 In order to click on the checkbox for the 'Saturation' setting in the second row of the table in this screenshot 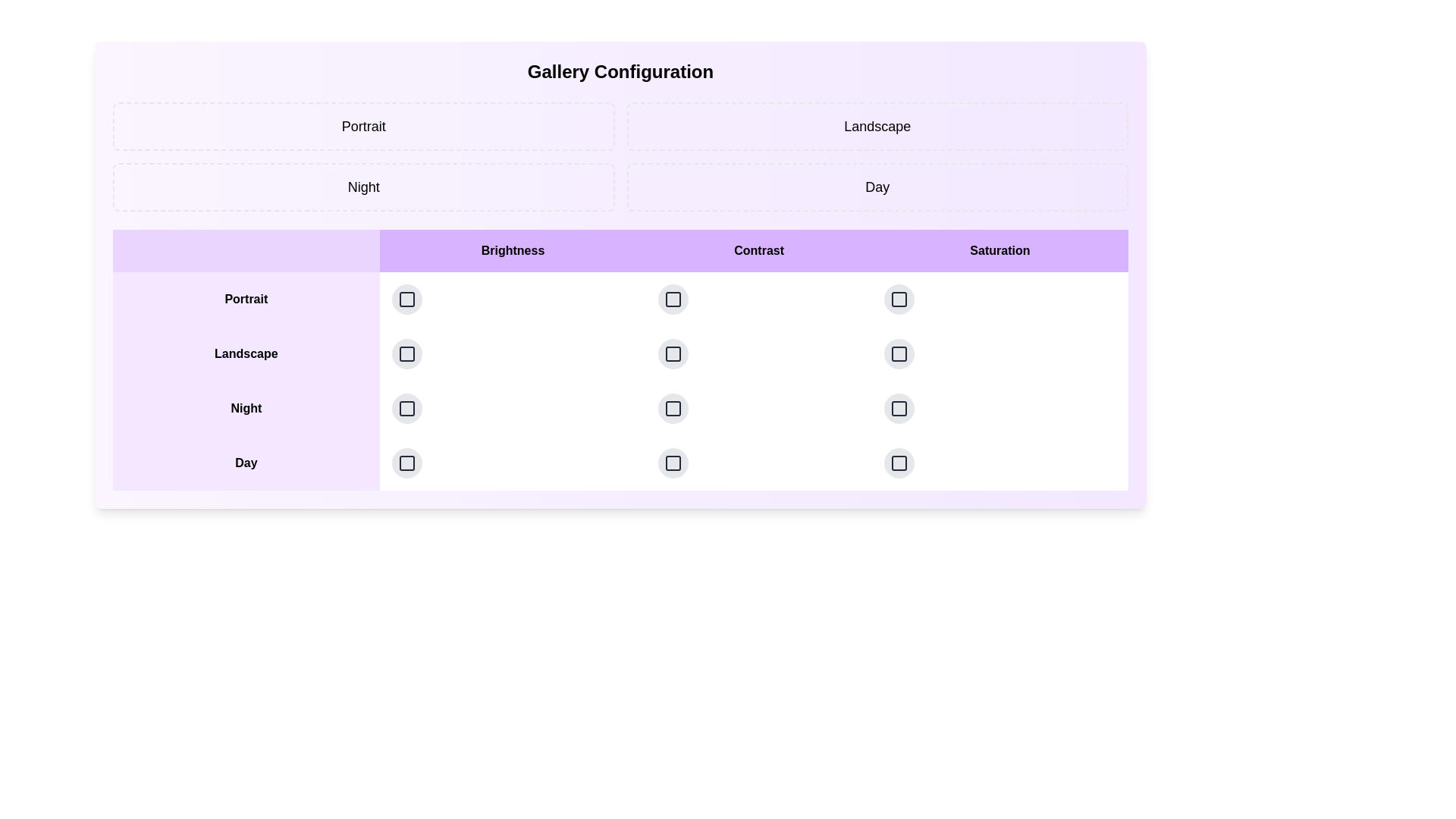, I will do `click(899, 299)`.